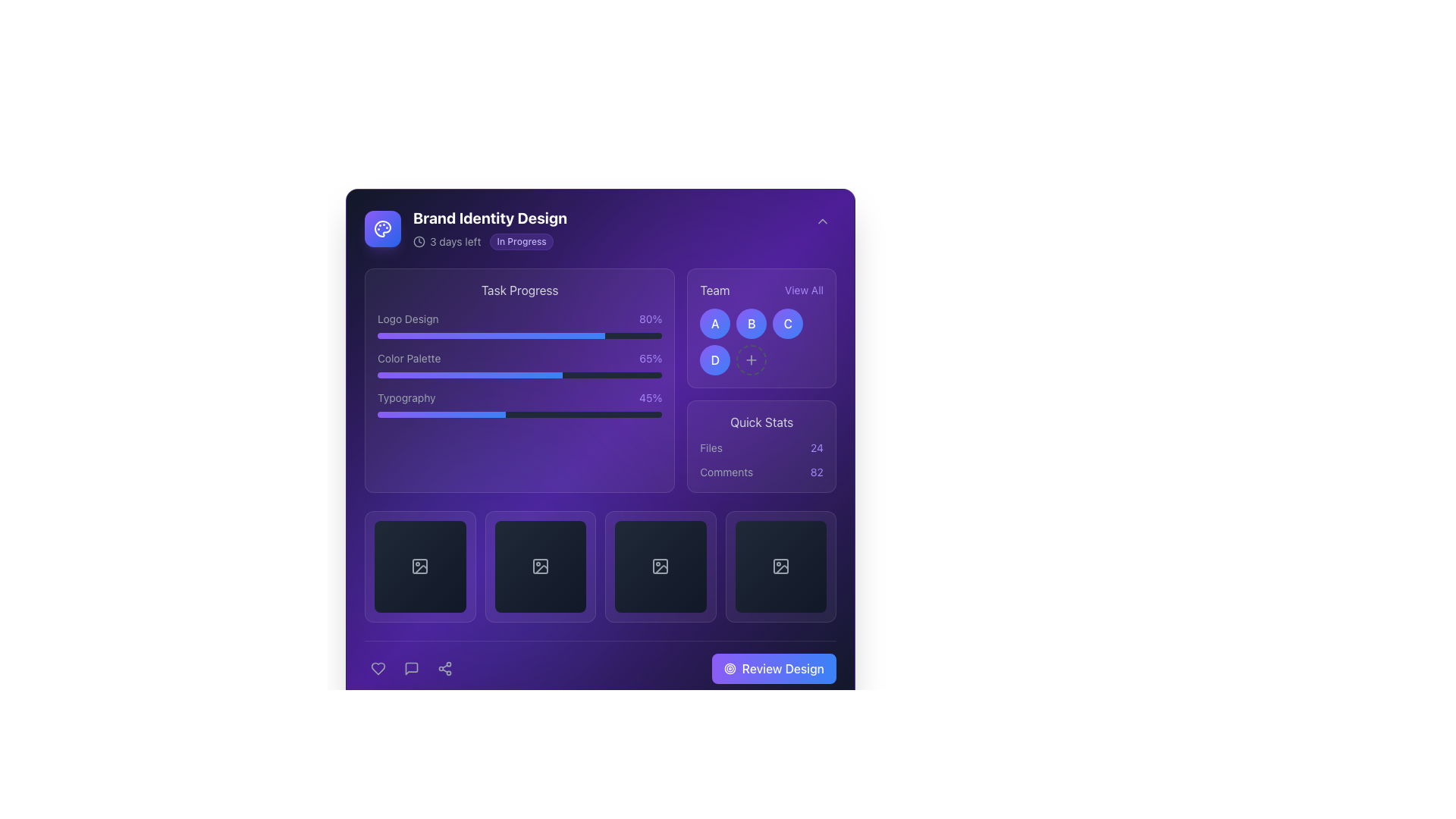  Describe the element at coordinates (408, 318) in the screenshot. I see `the text label displaying 'Logo Design' in light gray on a dark purple background, located near the progress bar in the 'Task Progress' box` at that location.